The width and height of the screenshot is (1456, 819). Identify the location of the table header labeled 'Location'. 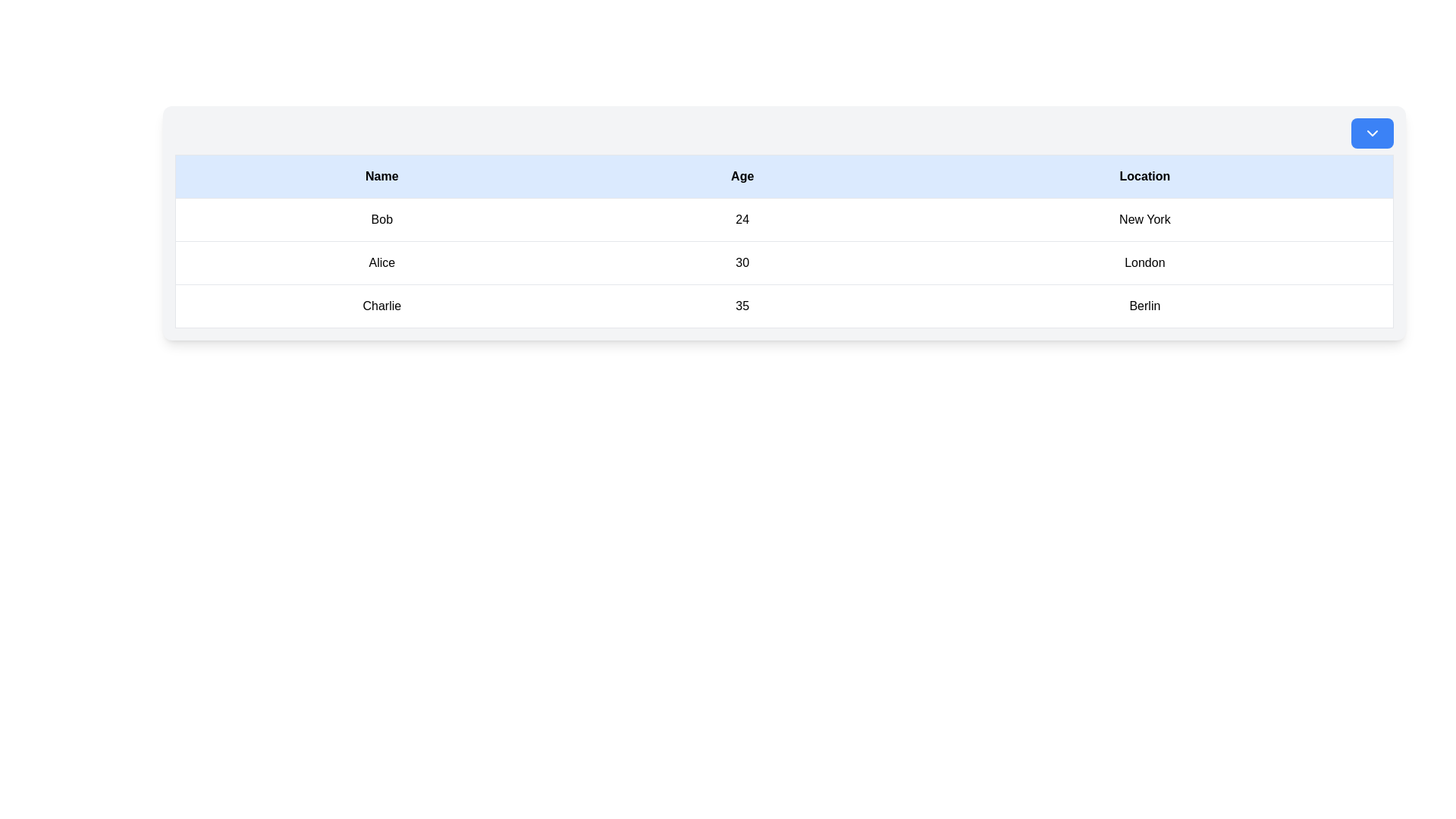
(1145, 175).